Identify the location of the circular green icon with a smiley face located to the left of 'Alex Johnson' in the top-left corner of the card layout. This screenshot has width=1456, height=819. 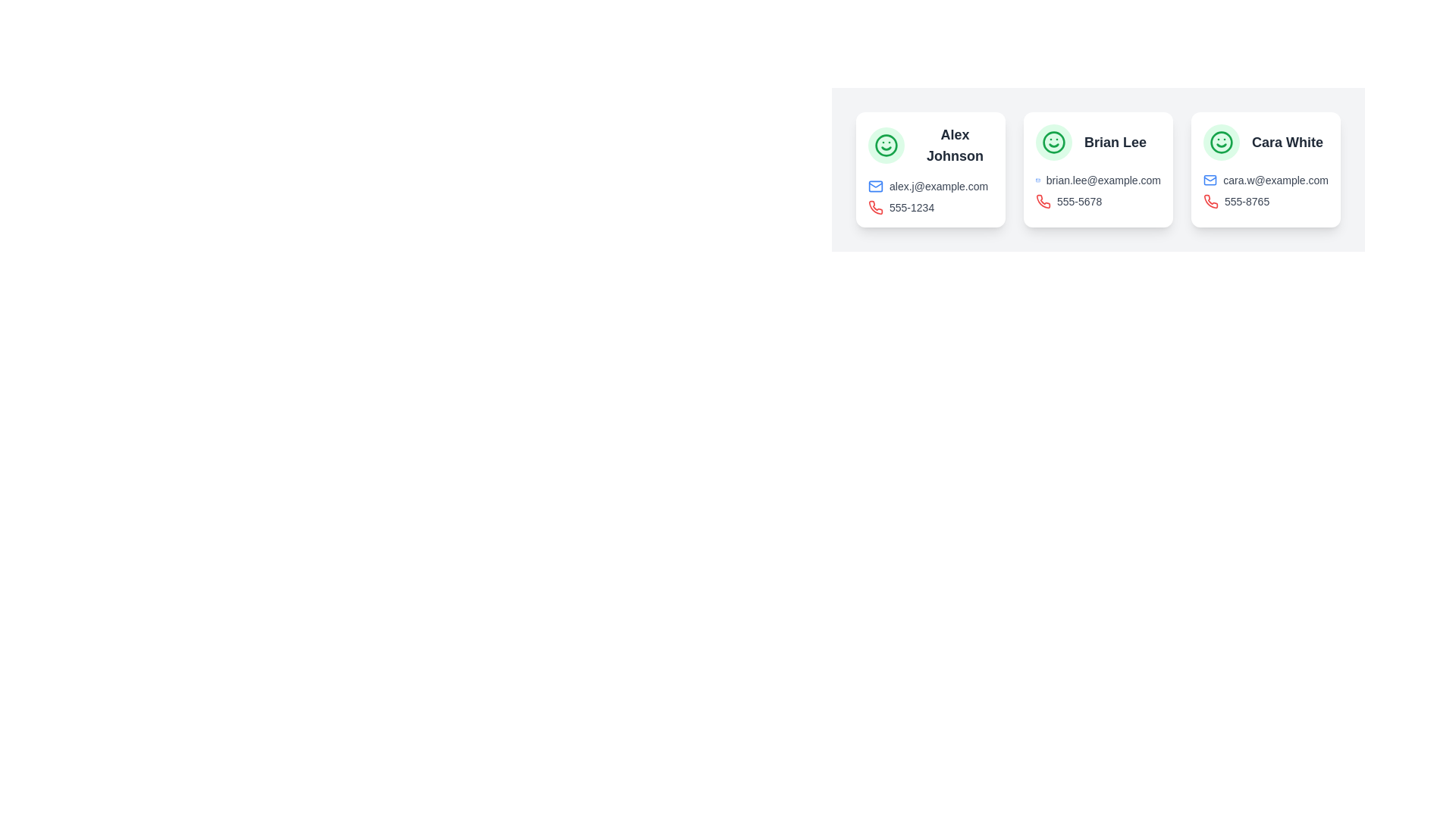
(886, 146).